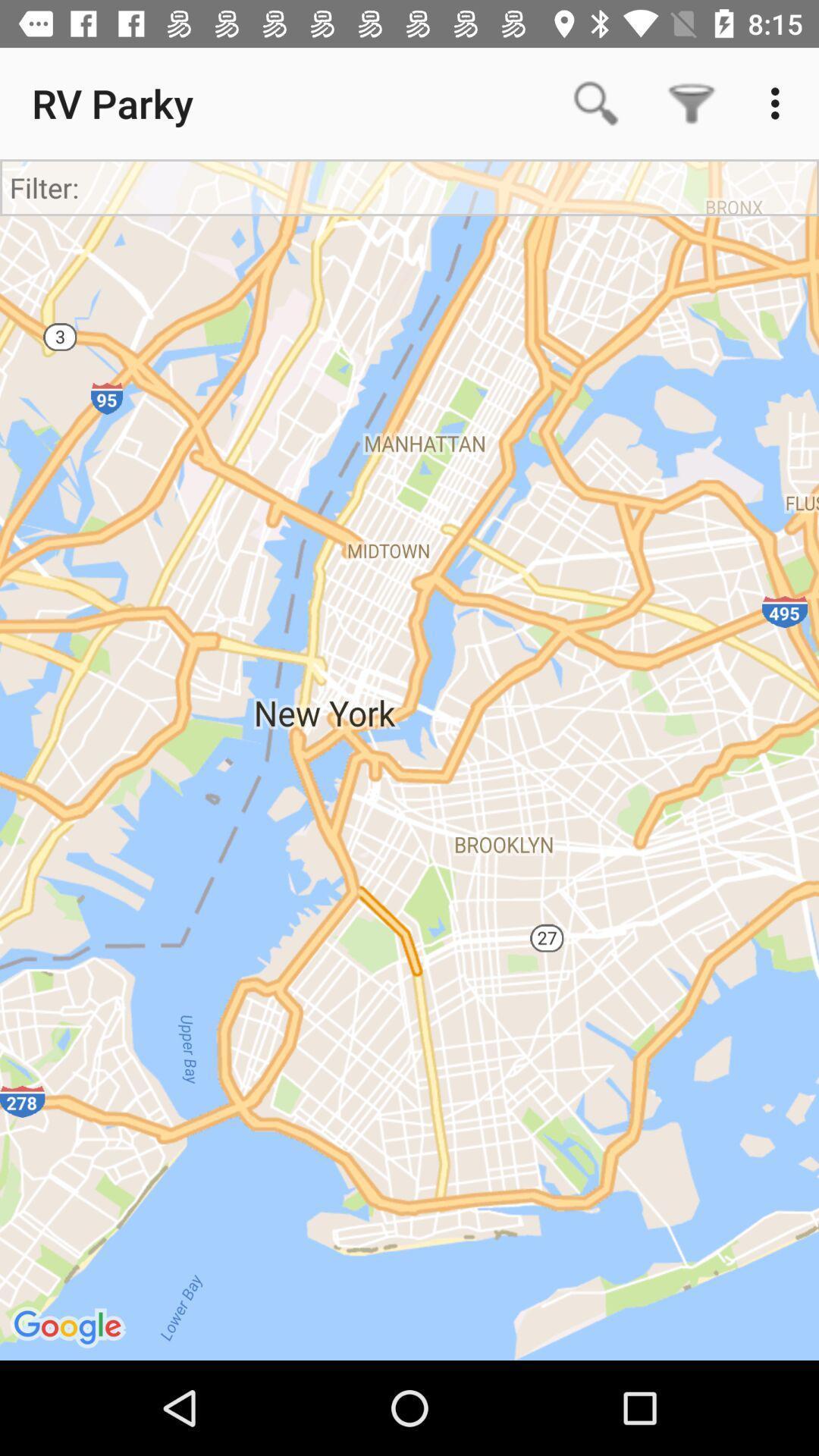  What do you see at coordinates (409, 760) in the screenshot?
I see `item at the center` at bounding box center [409, 760].